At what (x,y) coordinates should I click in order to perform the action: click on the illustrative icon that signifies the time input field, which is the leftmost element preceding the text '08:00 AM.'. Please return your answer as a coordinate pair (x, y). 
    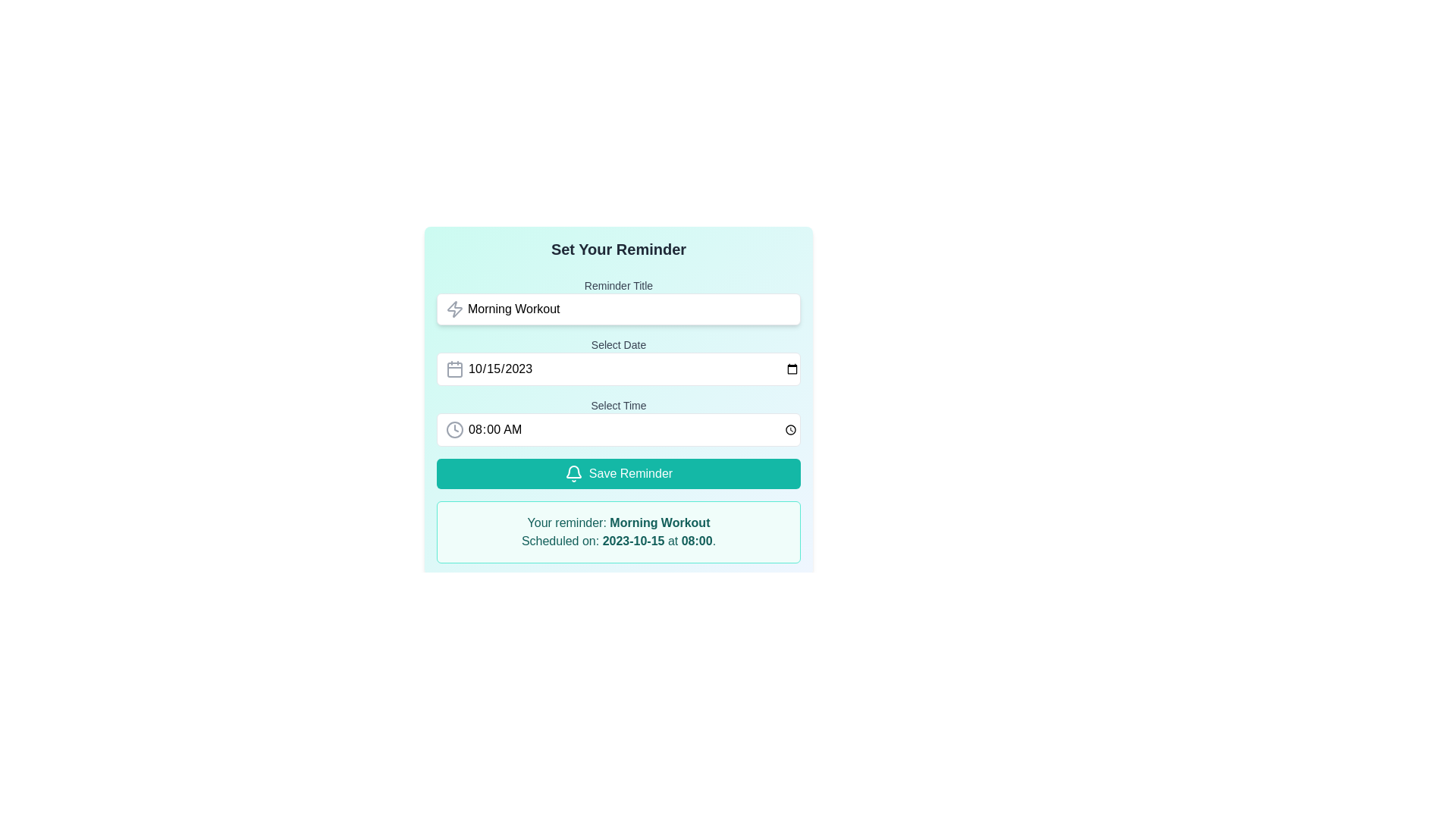
    Looking at the image, I should click on (454, 430).